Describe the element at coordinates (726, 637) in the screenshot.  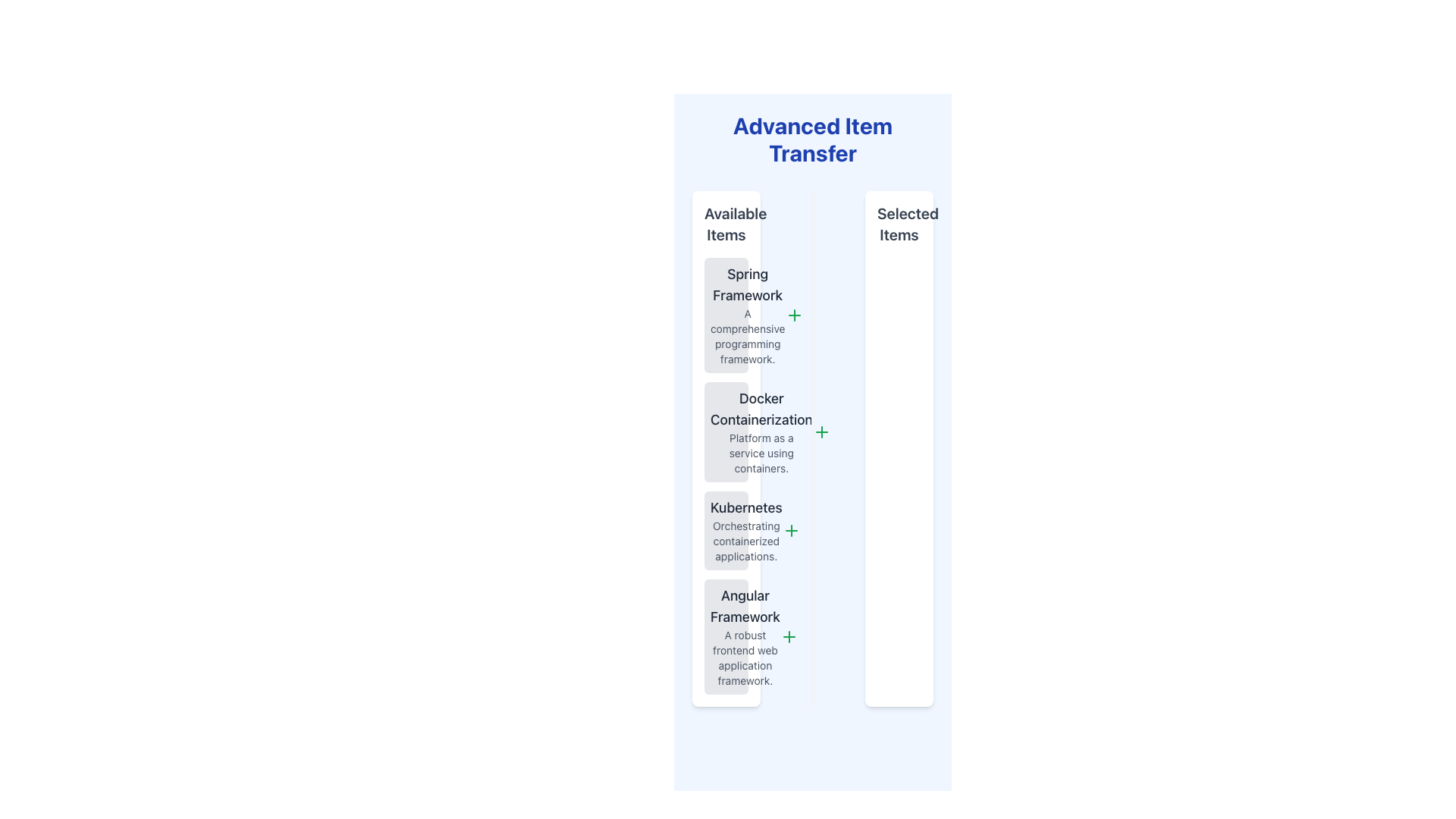
I see `the list item element displaying 'Angular Framework' with a green '+' icon, located in the 'Available Items' section` at that location.